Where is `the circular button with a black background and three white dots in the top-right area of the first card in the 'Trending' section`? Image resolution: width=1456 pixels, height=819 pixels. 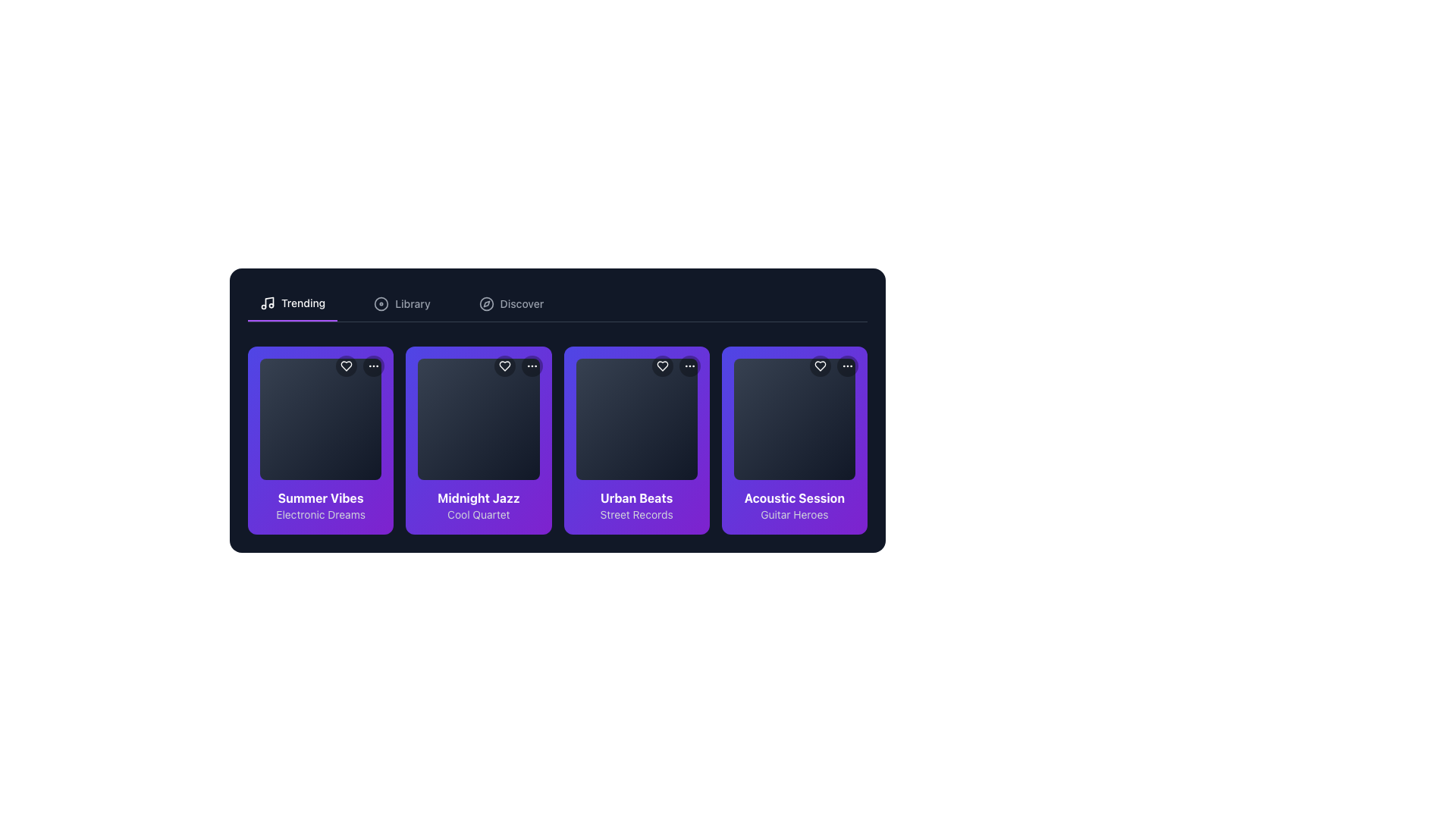 the circular button with a black background and three white dots in the top-right area of the first card in the 'Trending' section is located at coordinates (374, 366).